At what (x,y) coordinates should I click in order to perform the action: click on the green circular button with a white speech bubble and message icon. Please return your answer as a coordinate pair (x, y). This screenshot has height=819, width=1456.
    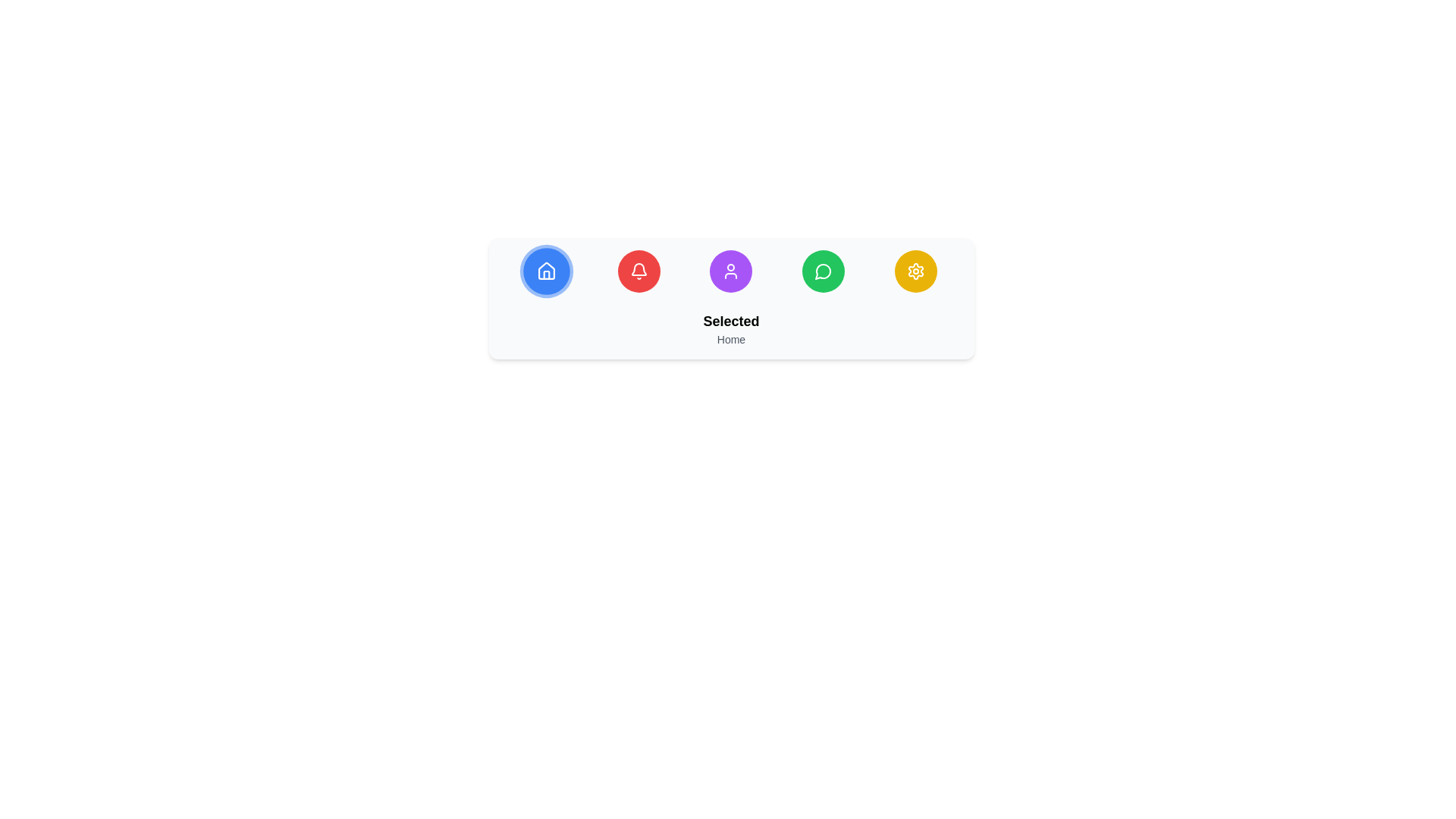
    Looking at the image, I should click on (823, 271).